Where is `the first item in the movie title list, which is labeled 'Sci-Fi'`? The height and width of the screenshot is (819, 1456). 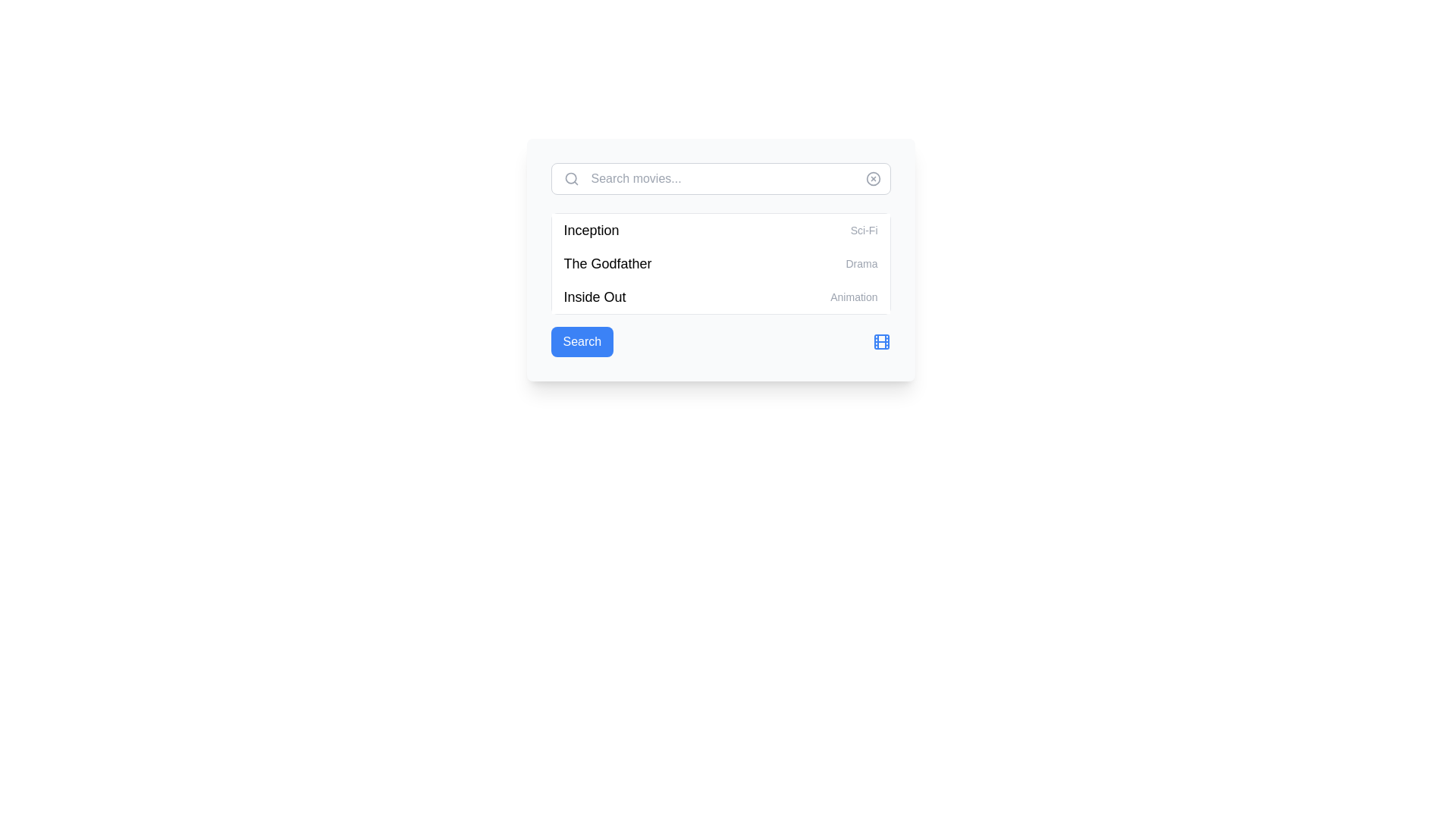 the first item in the movie title list, which is labeled 'Sci-Fi' is located at coordinates (591, 231).